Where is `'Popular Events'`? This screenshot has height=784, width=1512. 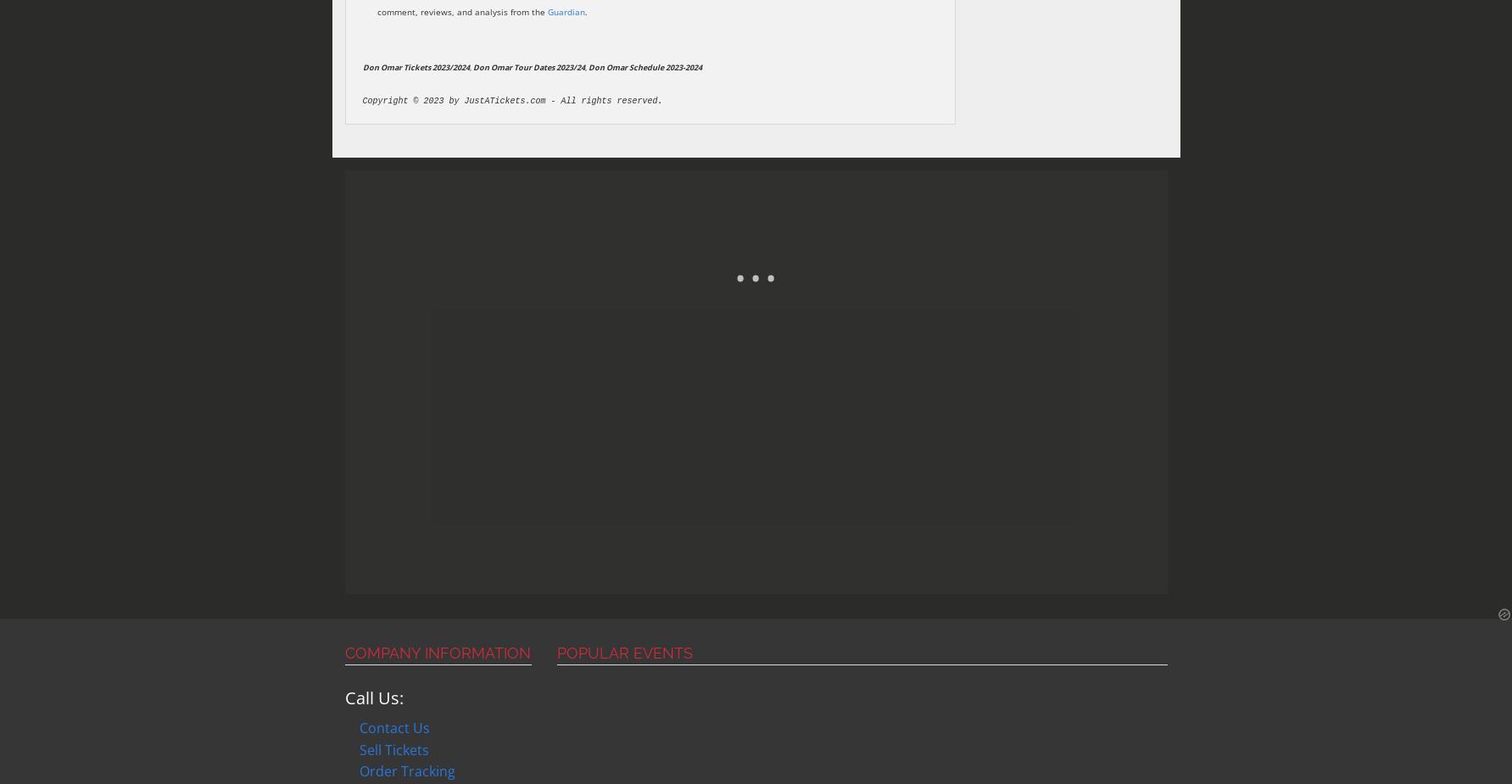 'Popular Events' is located at coordinates (555, 653).